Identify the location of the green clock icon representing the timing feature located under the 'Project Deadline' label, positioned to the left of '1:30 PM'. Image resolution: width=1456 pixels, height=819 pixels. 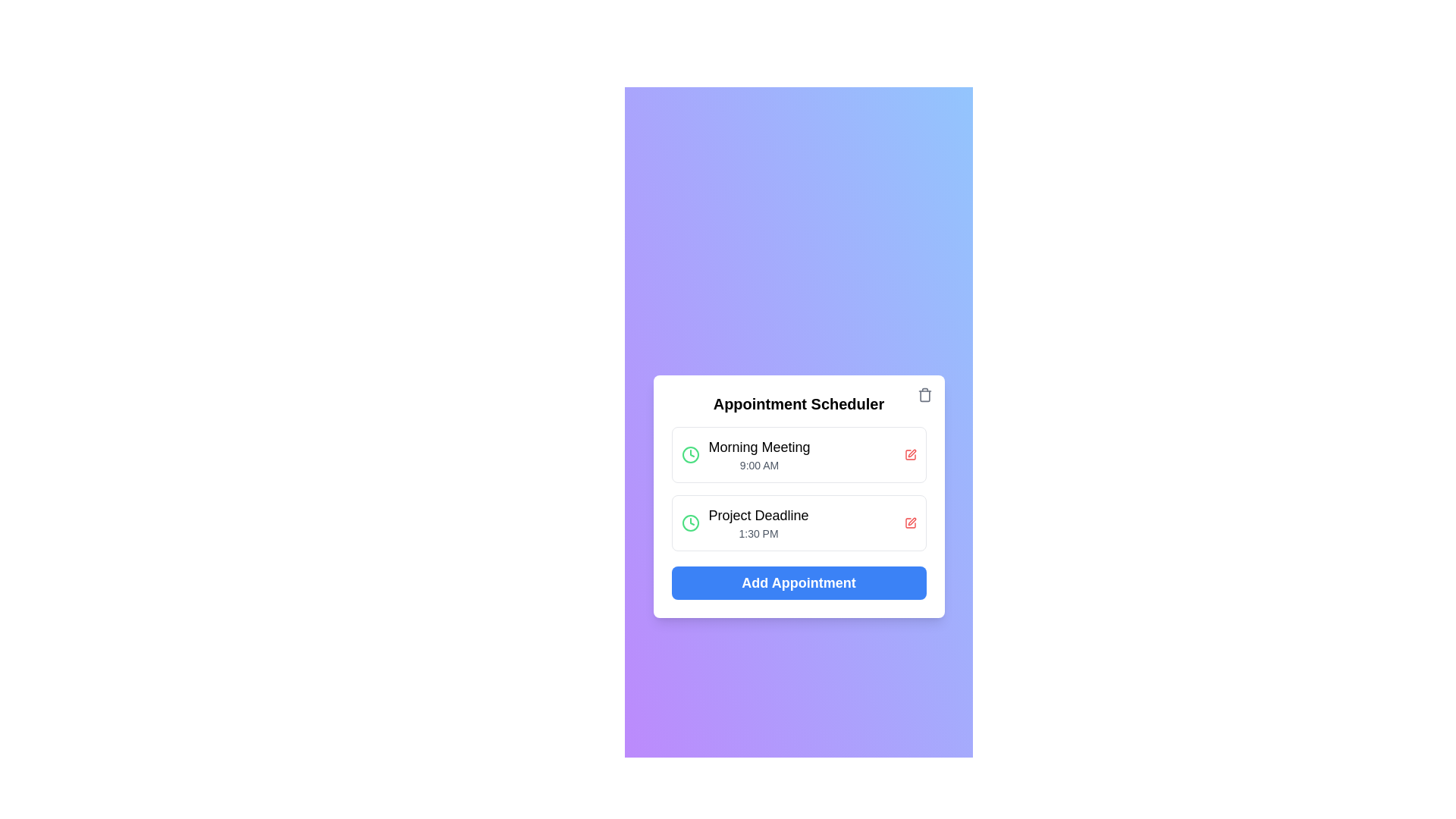
(689, 522).